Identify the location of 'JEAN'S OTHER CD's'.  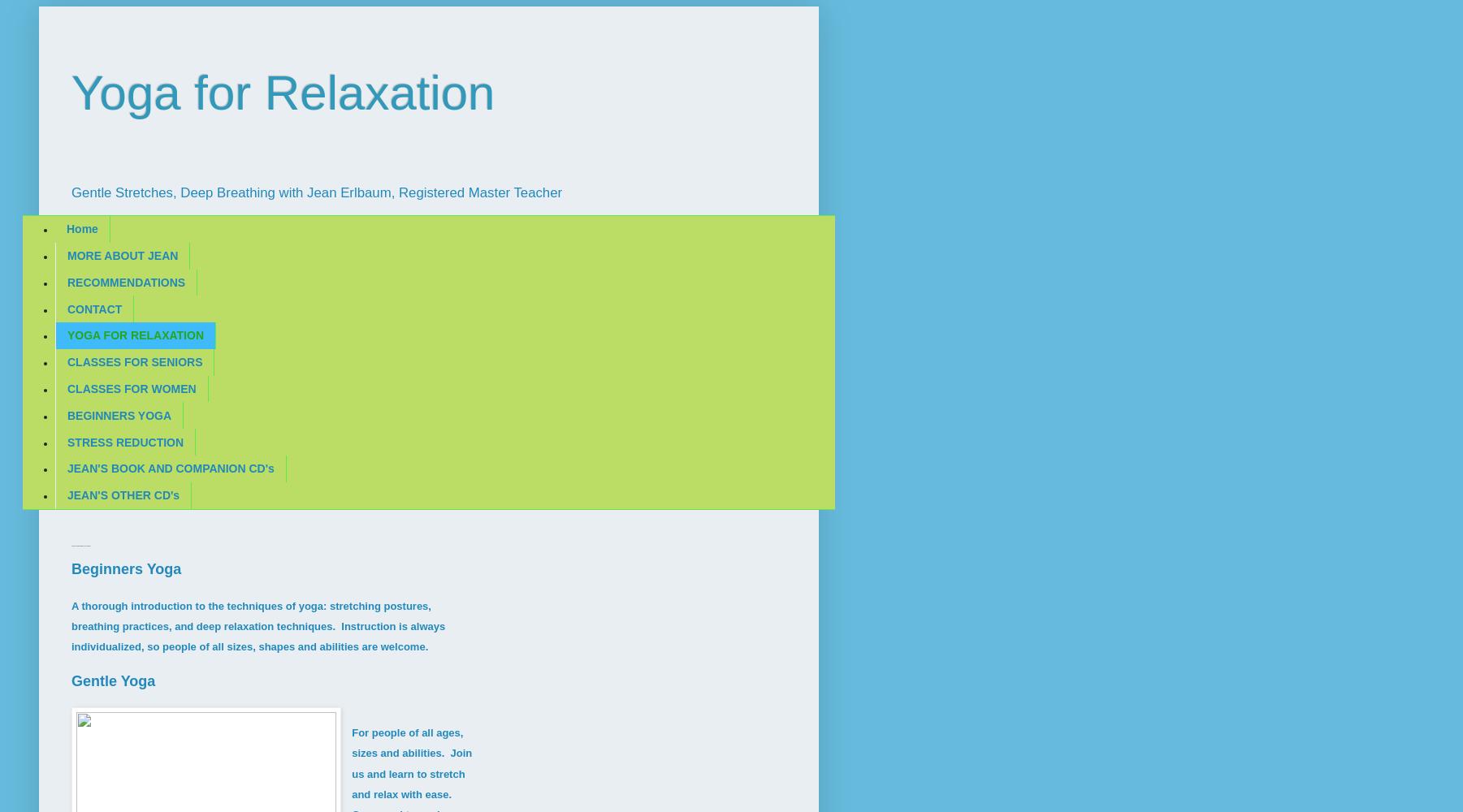
(123, 495).